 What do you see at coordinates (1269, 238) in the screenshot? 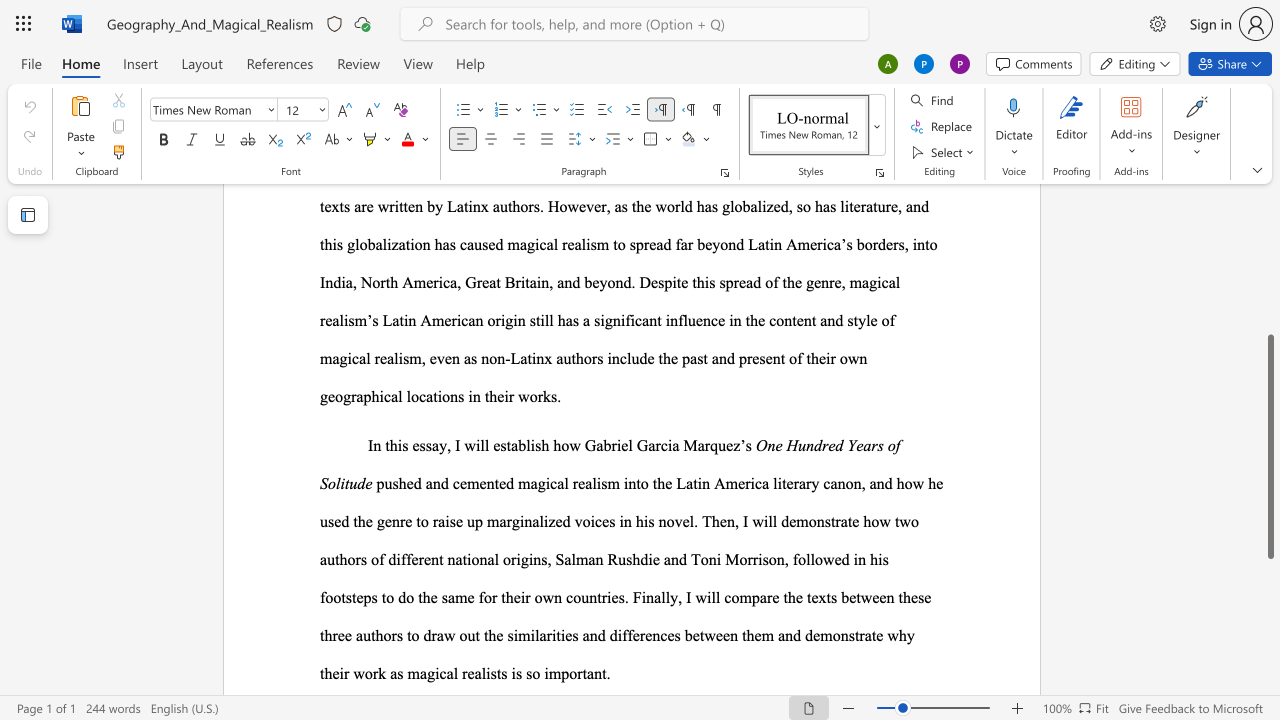
I see `the scrollbar on the side` at bounding box center [1269, 238].